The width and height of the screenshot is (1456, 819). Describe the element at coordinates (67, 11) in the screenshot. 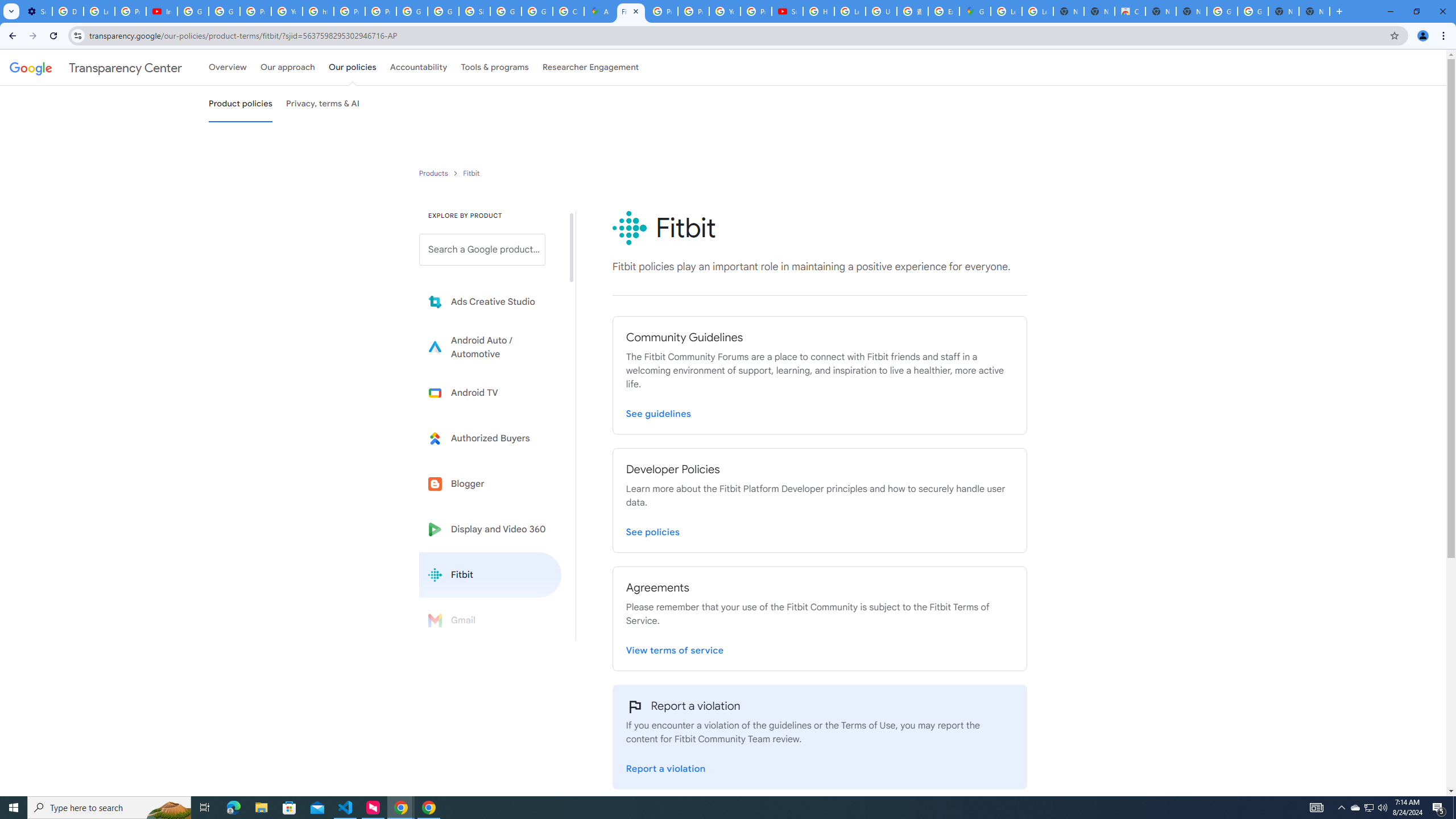

I see `'Delete photos & videos - Computer - Google Photos Help'` at that location.